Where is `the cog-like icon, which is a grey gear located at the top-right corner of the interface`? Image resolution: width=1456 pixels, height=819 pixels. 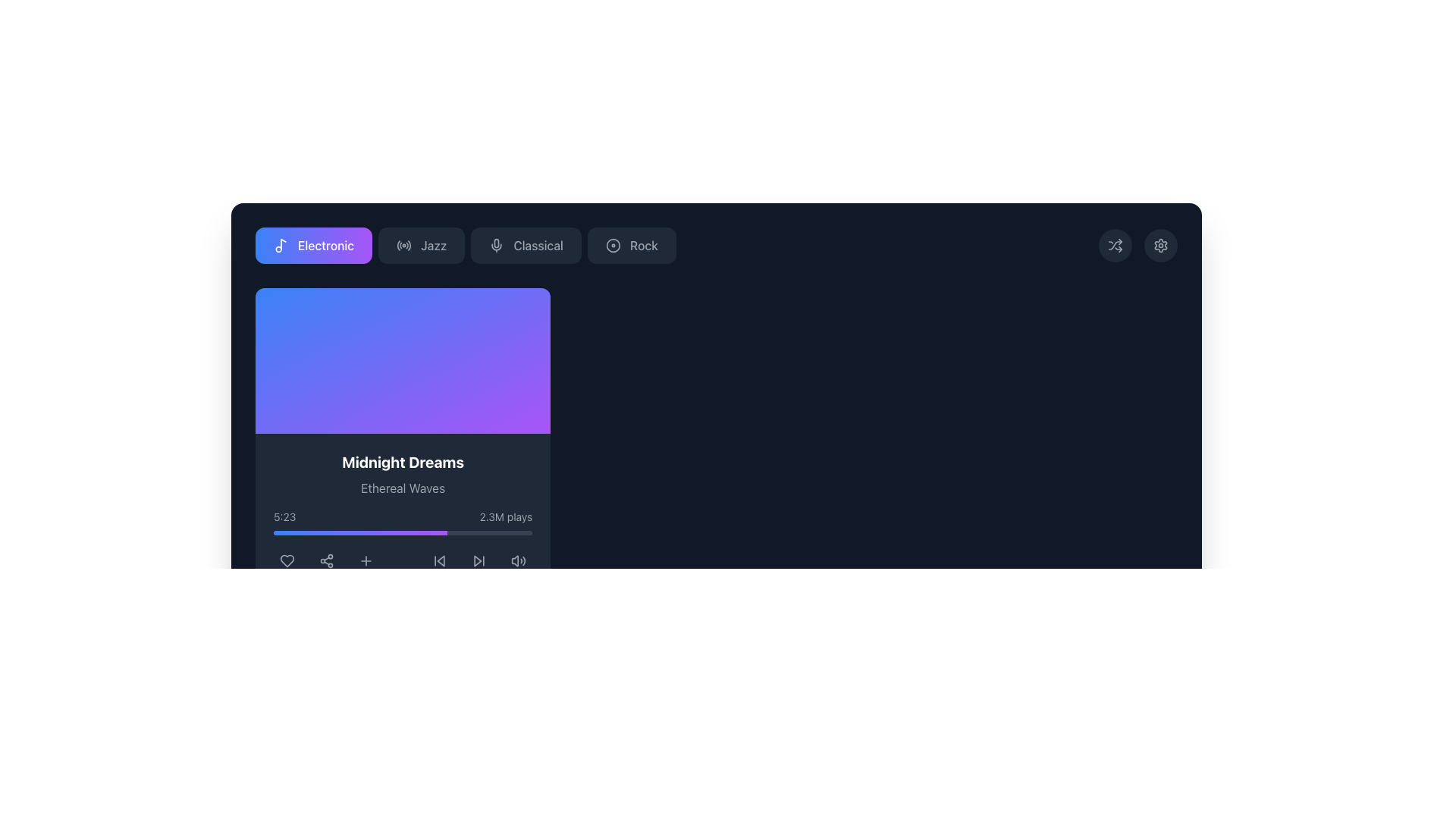 the cog-like icon, which is a grey gear located at the top-right corner of the interface is located at coordinates (1160, 245).